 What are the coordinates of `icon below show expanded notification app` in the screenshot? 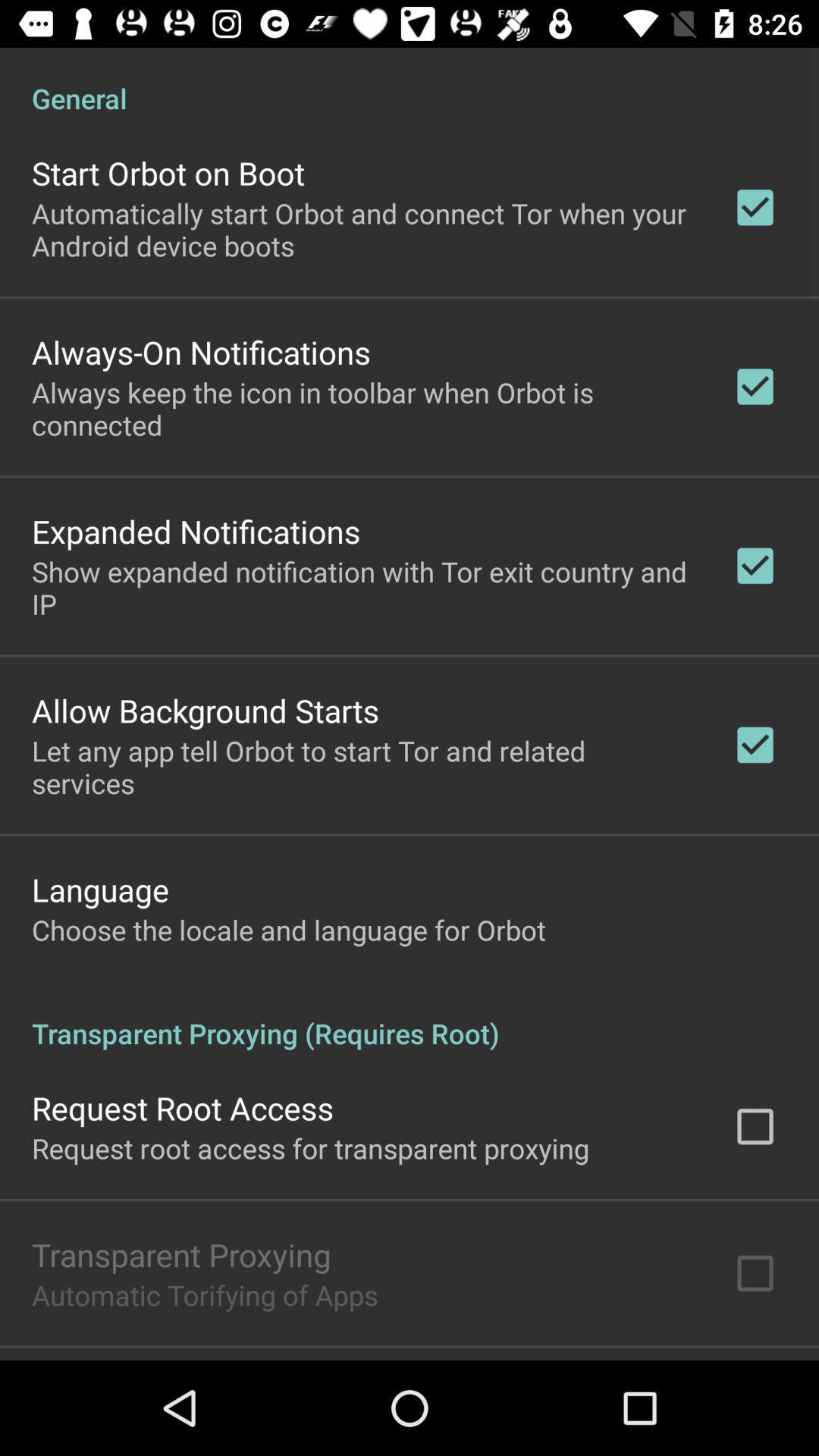 It's located at (206, 709).